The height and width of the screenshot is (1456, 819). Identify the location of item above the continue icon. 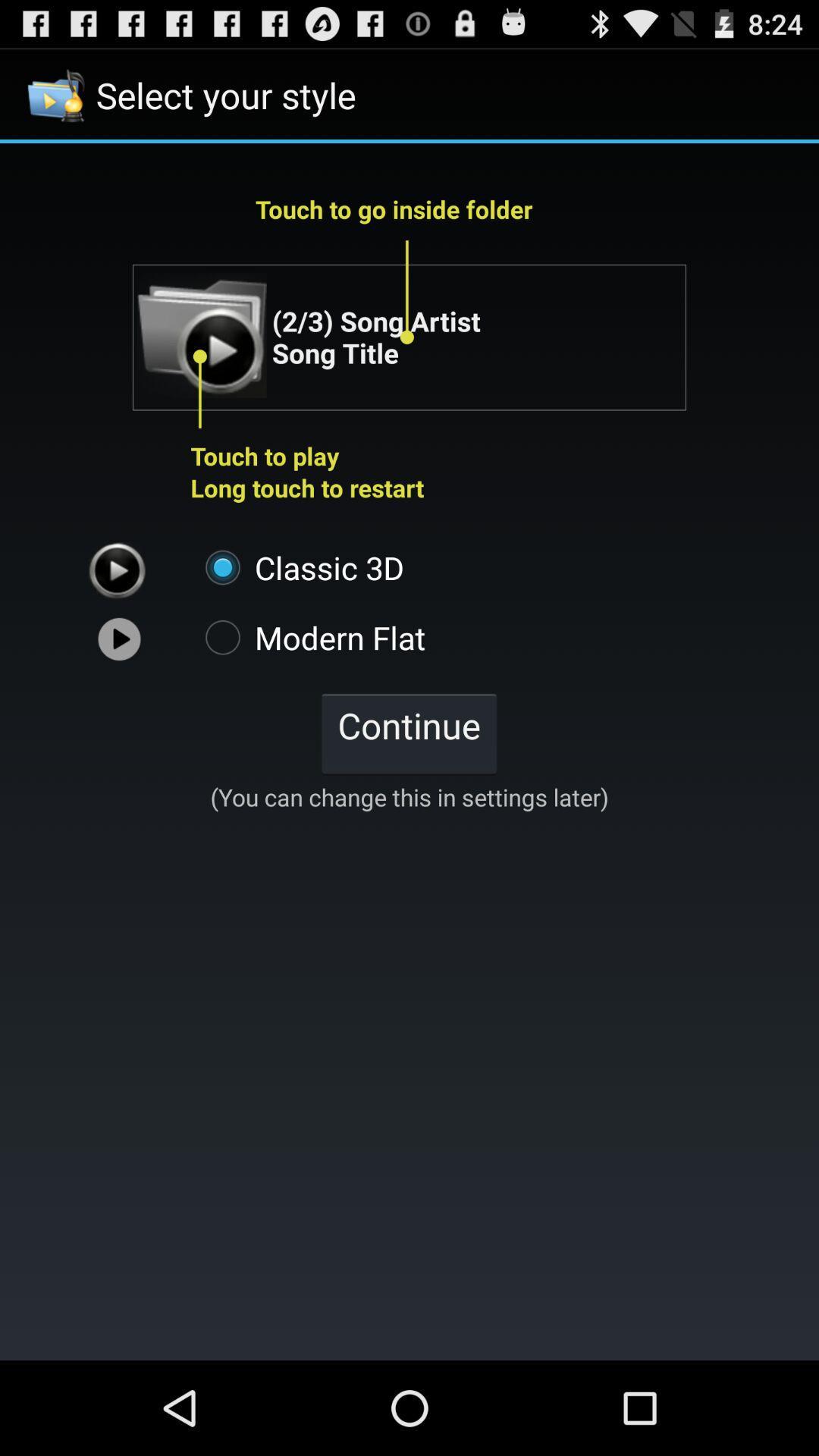
(307, 637).